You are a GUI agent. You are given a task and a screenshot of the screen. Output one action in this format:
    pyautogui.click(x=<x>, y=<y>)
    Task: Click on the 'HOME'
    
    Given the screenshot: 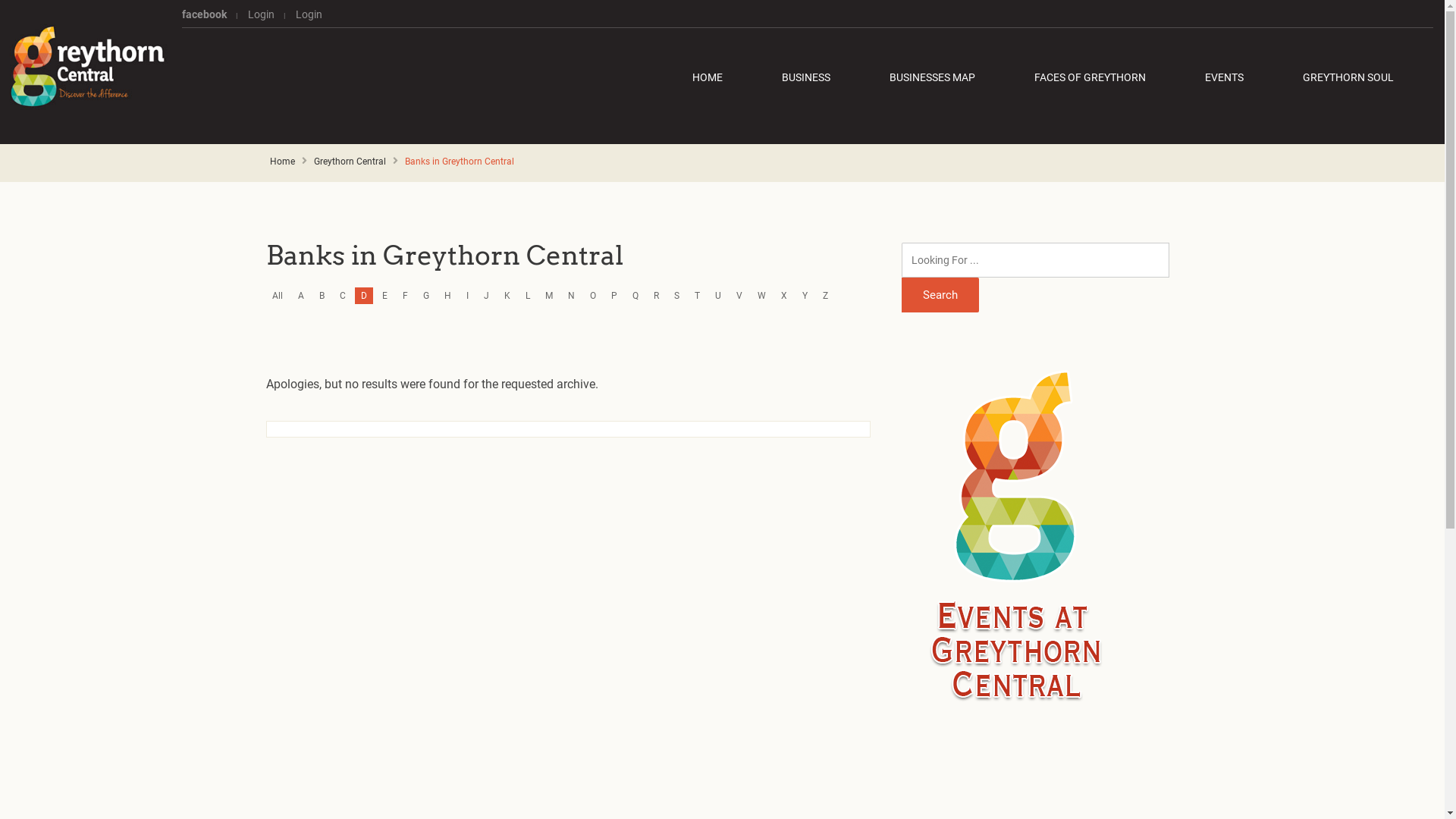 What is the action you would take?
    pyautogui.click(x=715, y=77)
    